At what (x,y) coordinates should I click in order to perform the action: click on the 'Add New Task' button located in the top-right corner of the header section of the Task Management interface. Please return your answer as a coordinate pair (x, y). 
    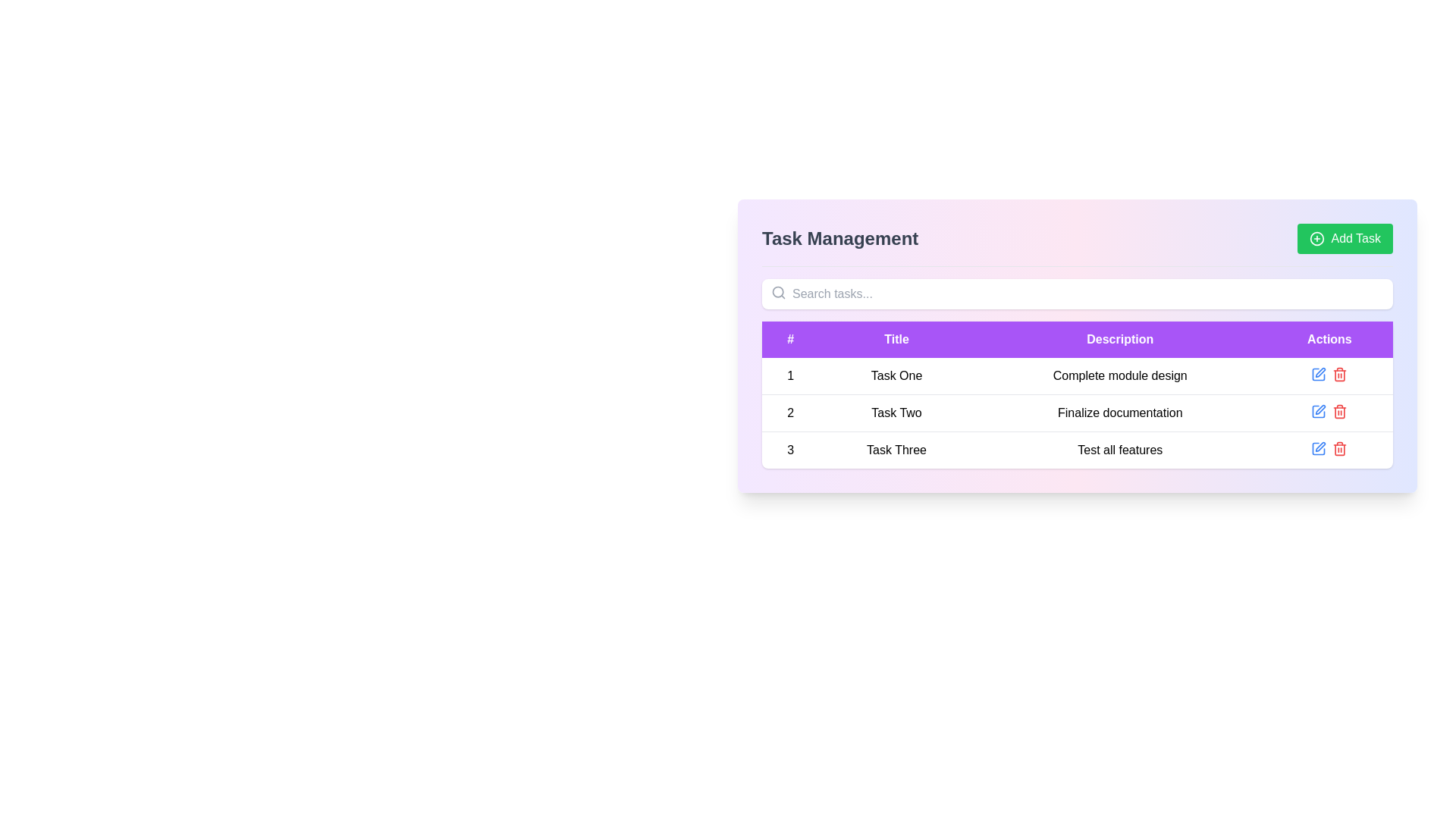
    Looking at the image, I should click on (1345, 239).